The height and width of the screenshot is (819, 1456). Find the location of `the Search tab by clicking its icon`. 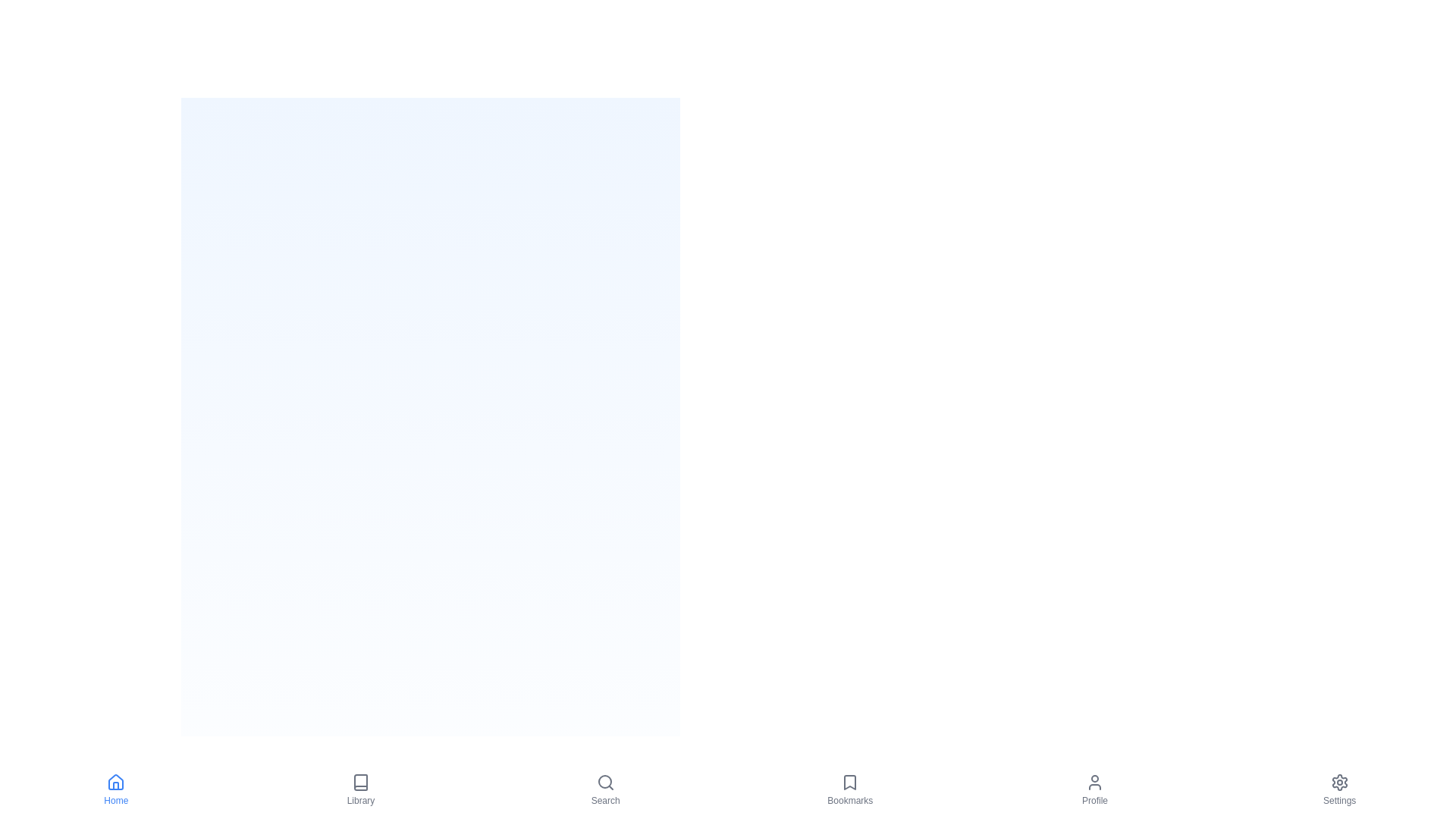

the Search tab by clicking its icon is located at coordinates (604, 789).